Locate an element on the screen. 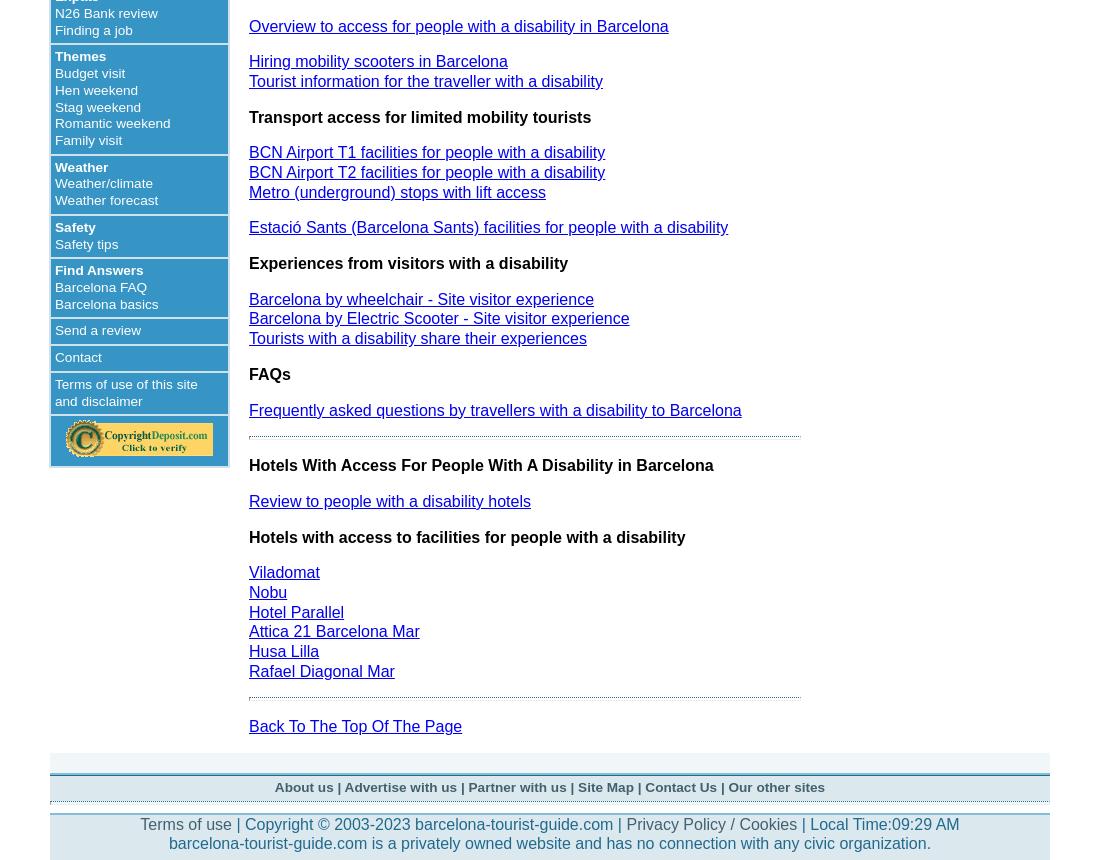 The image size is (1100, 860). 'Terms of use' is located at coordinates (184, 822).